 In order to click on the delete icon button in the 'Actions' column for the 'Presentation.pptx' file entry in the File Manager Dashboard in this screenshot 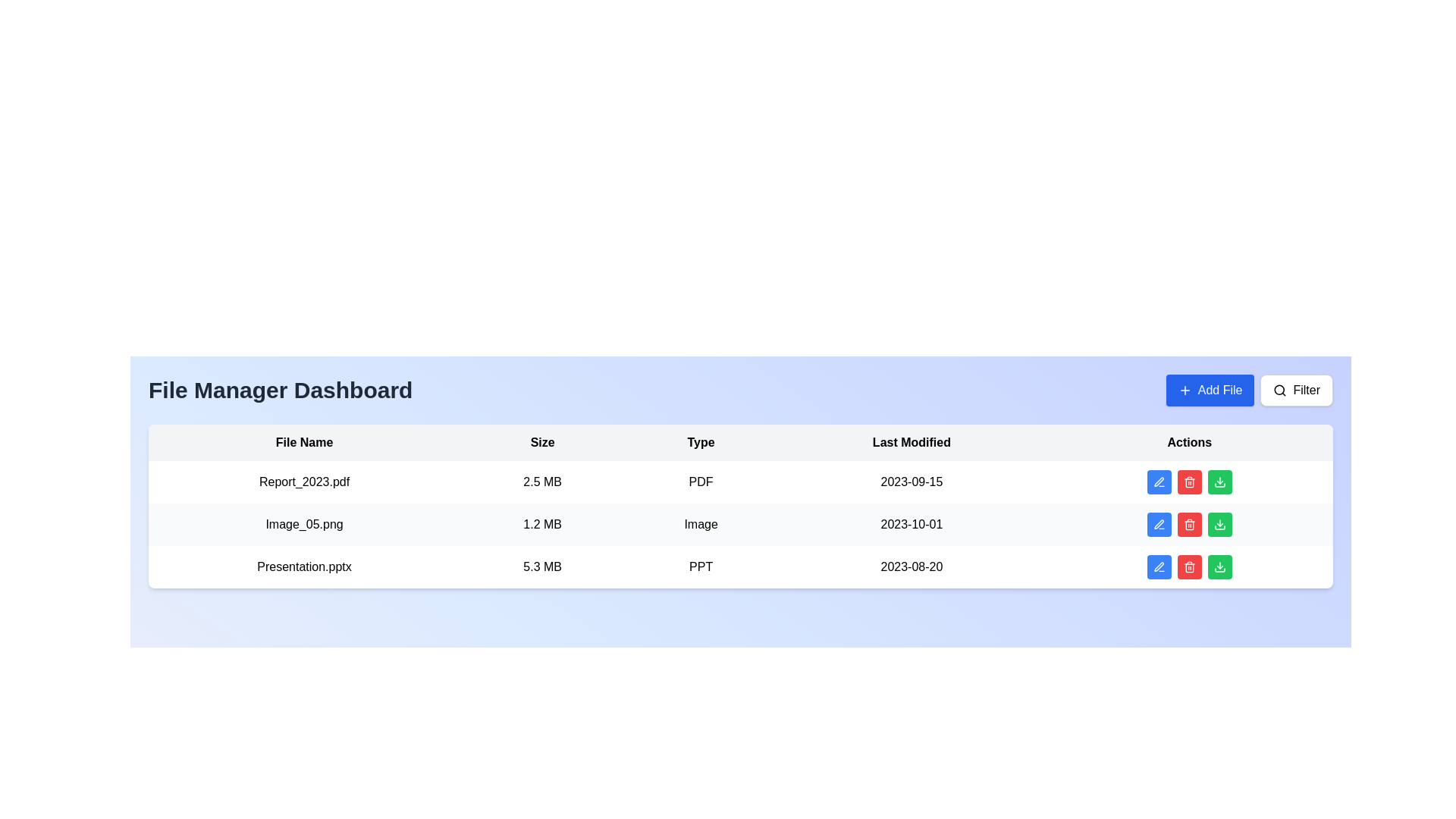, I will do `click(1188, 567)`.